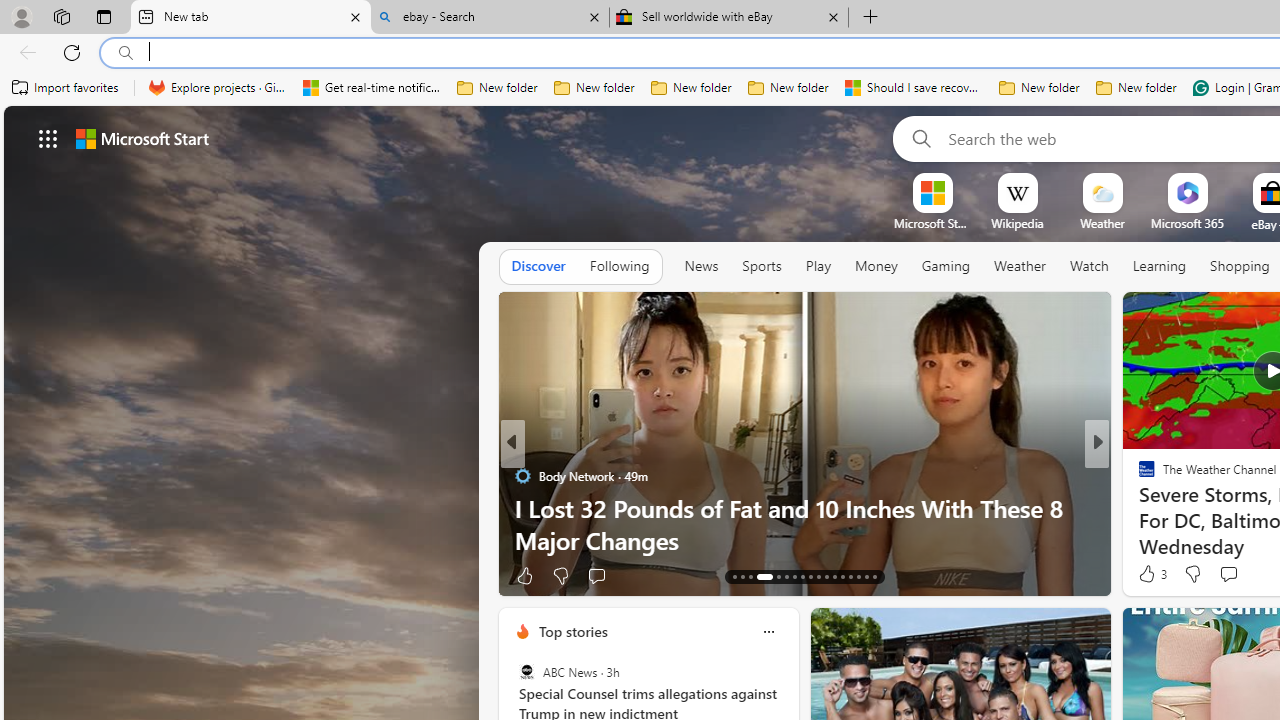 This screenshot has width=1280, height=720. I want to click on 'Discover', so click(538, 265).